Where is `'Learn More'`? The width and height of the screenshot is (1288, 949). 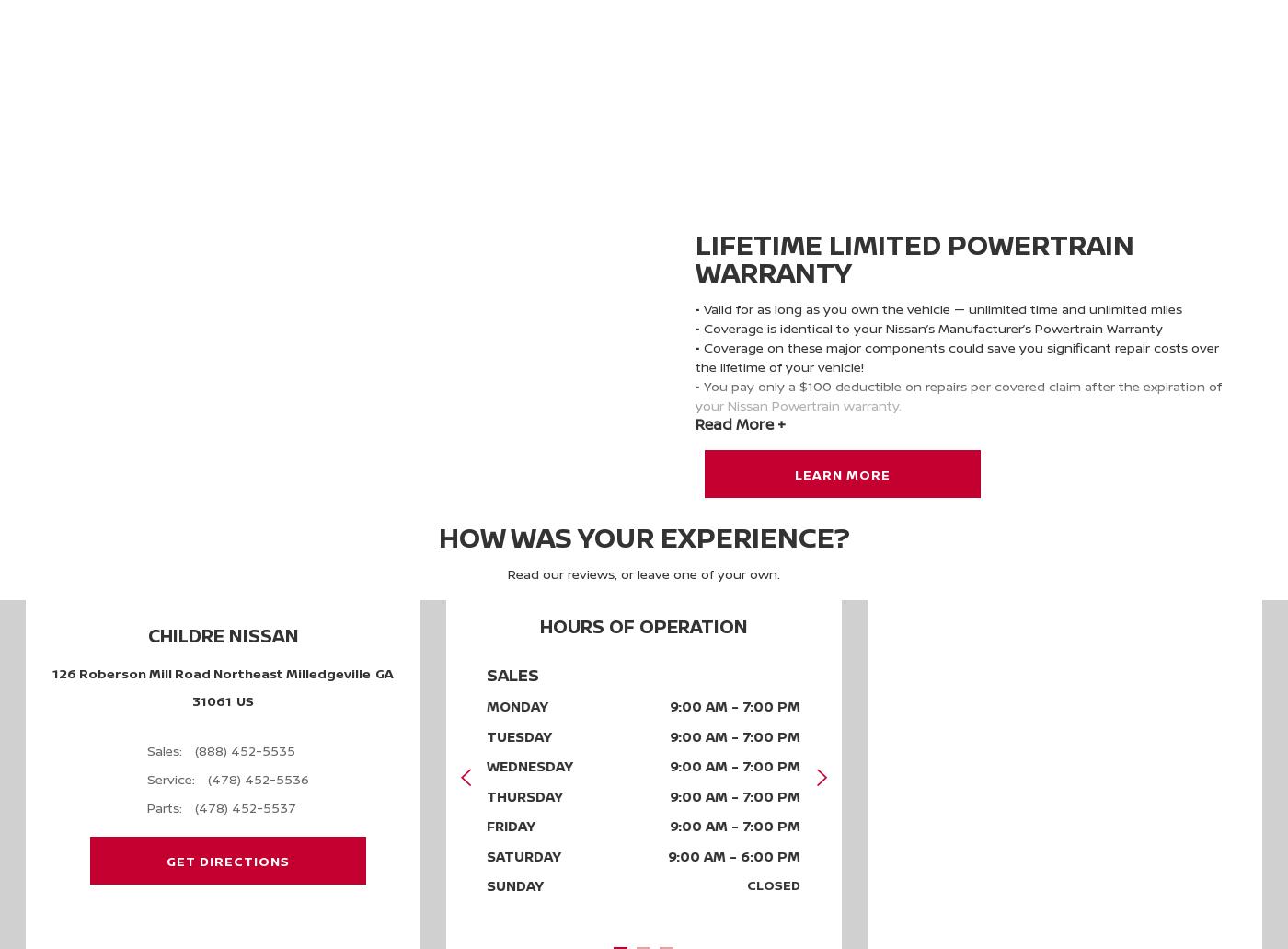
'Learn More' is located at coordinates (843, 472).